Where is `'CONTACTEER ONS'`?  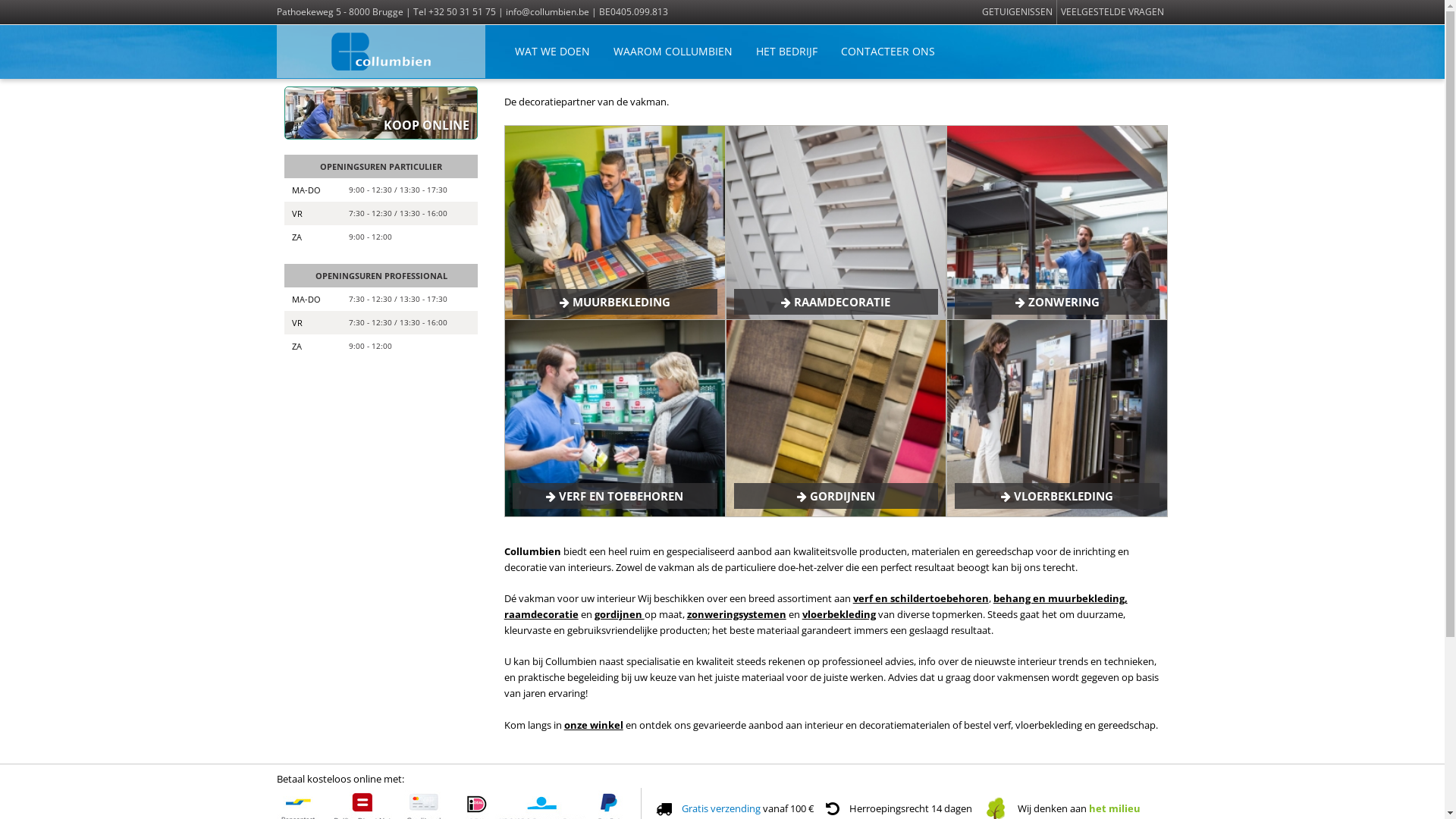
'CONTACTEER ONS' is located at coordinates (829, 51).